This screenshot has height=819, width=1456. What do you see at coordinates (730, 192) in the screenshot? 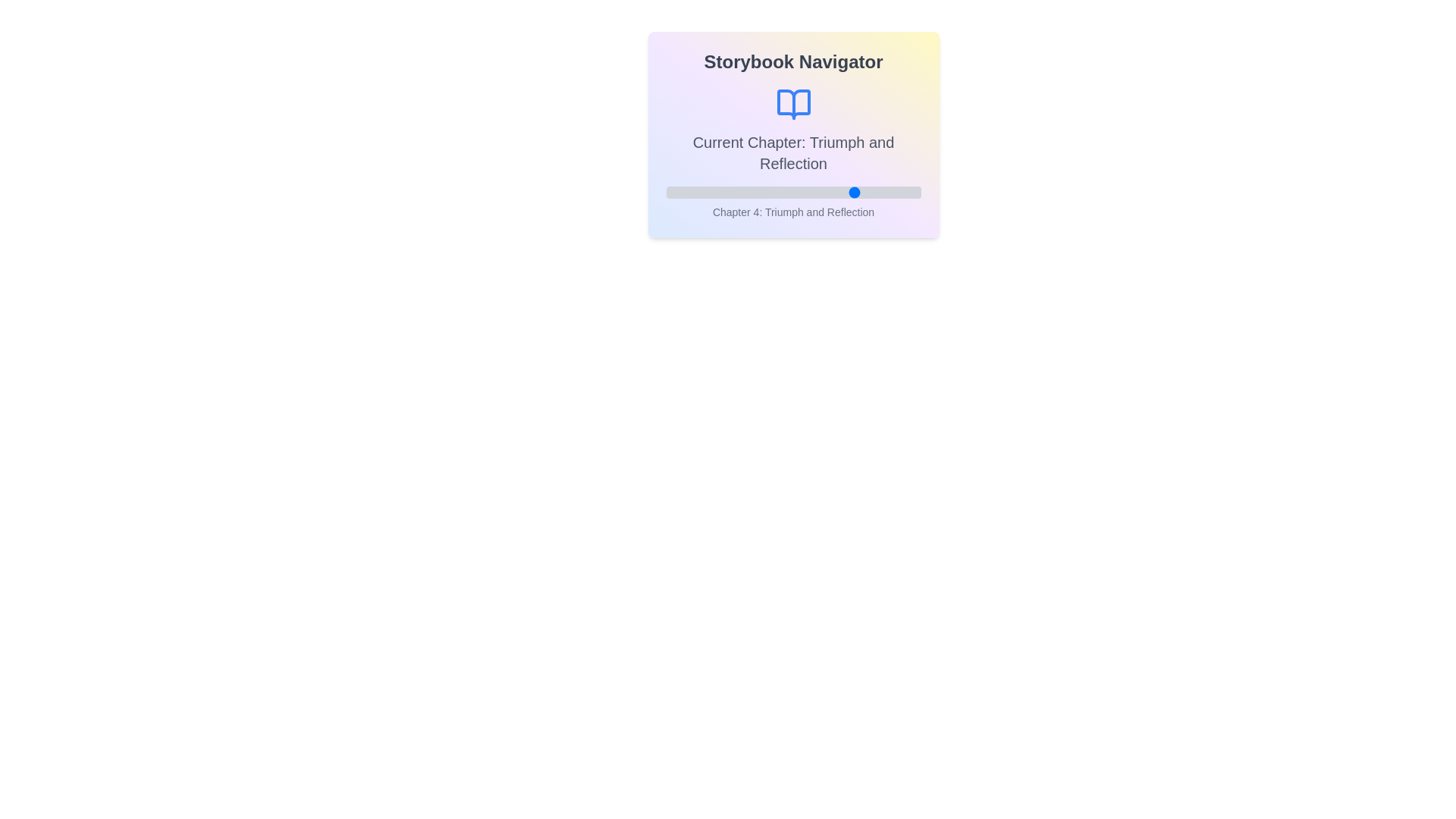
I see `the chapter slider to set the chapter to 2` at bounding box center [730, 192].